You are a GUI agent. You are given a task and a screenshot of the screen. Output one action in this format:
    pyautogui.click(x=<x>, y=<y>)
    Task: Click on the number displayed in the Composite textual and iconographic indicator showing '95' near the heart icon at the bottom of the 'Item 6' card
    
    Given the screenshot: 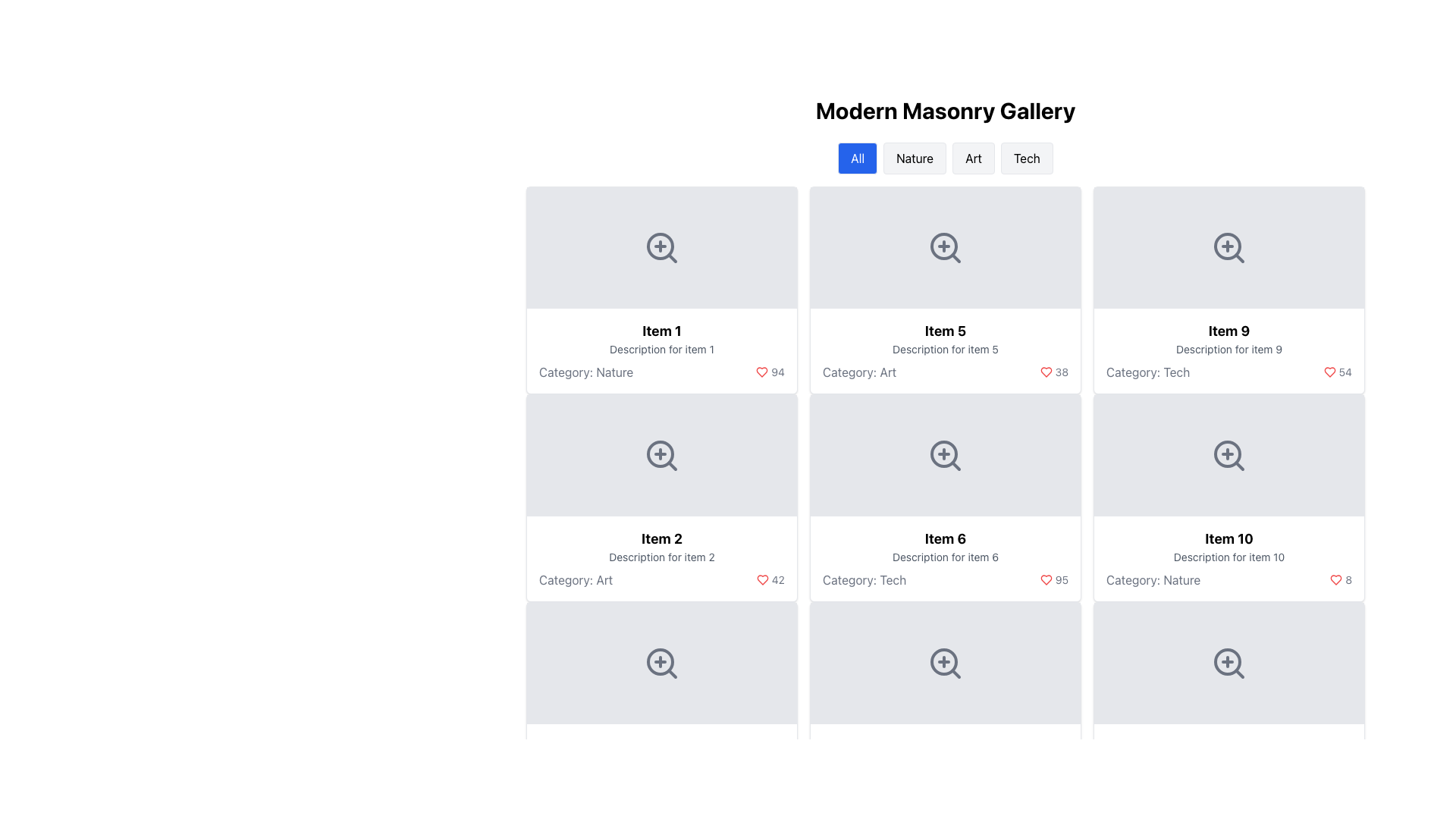 What is the action you would take?
    pyautogui.click(x=945, y=579)
    